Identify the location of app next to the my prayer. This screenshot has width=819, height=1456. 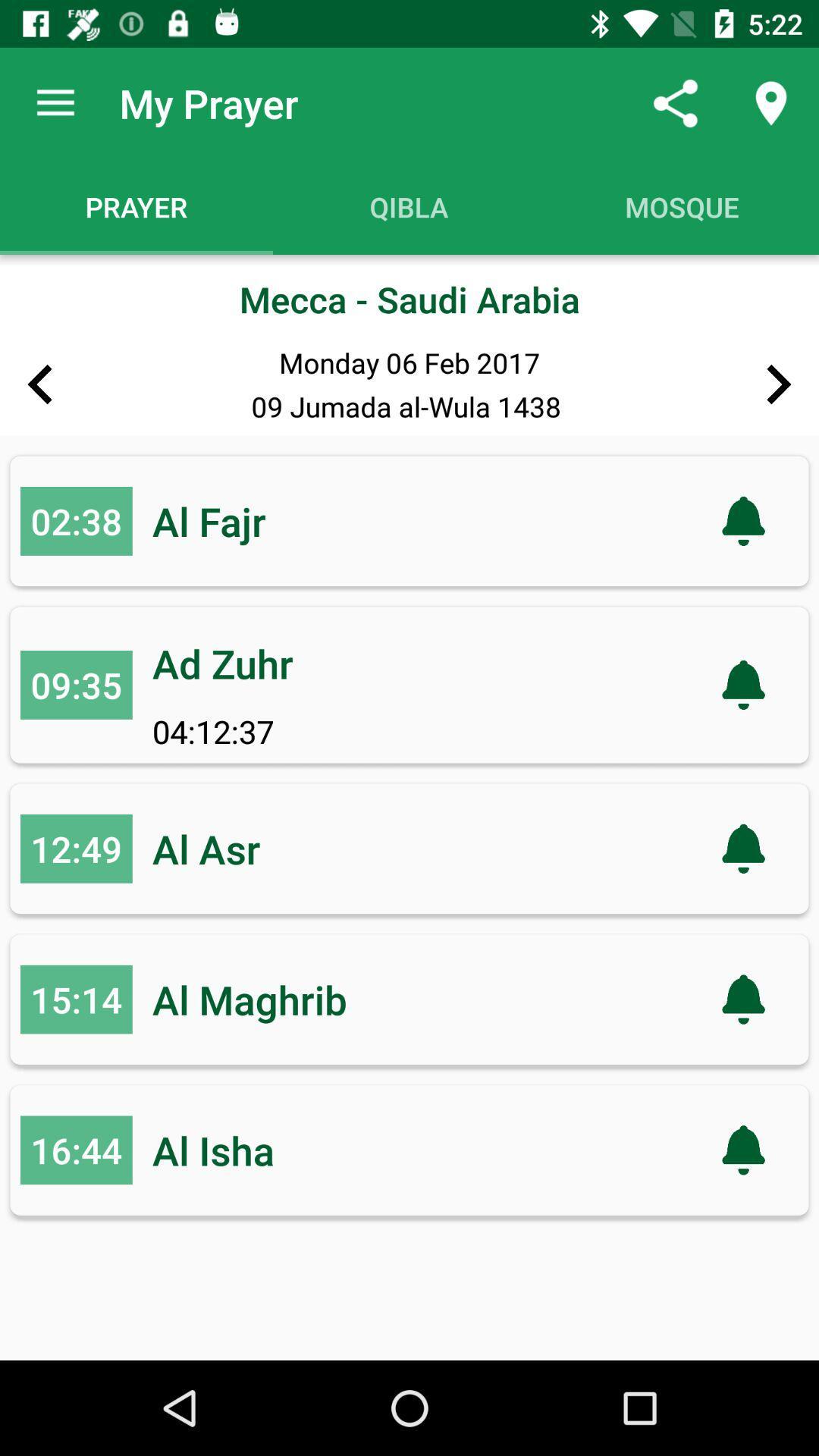
(675, 102).